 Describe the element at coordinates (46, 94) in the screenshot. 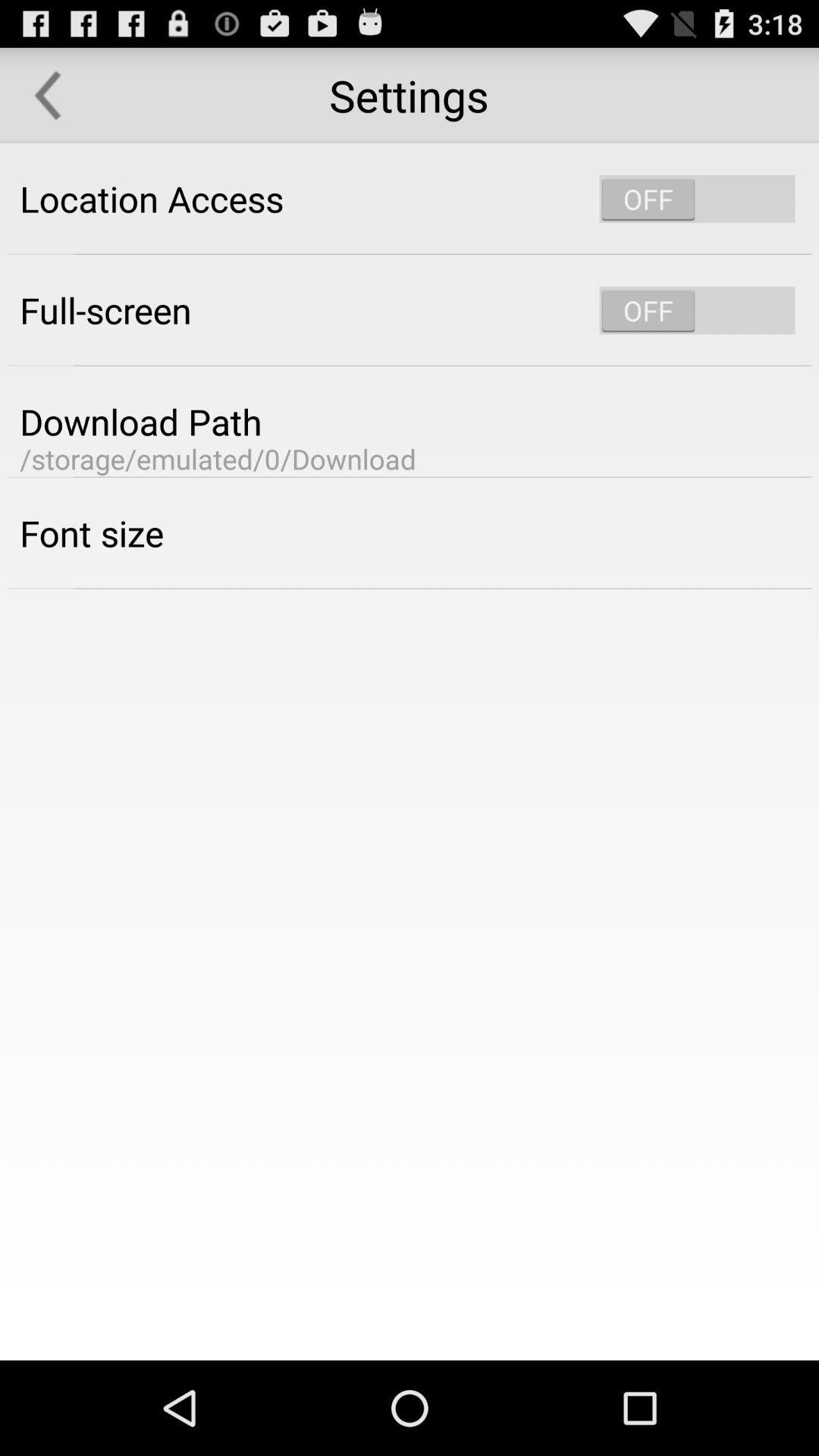

I see `the icon to the left of the settings item` at that location.